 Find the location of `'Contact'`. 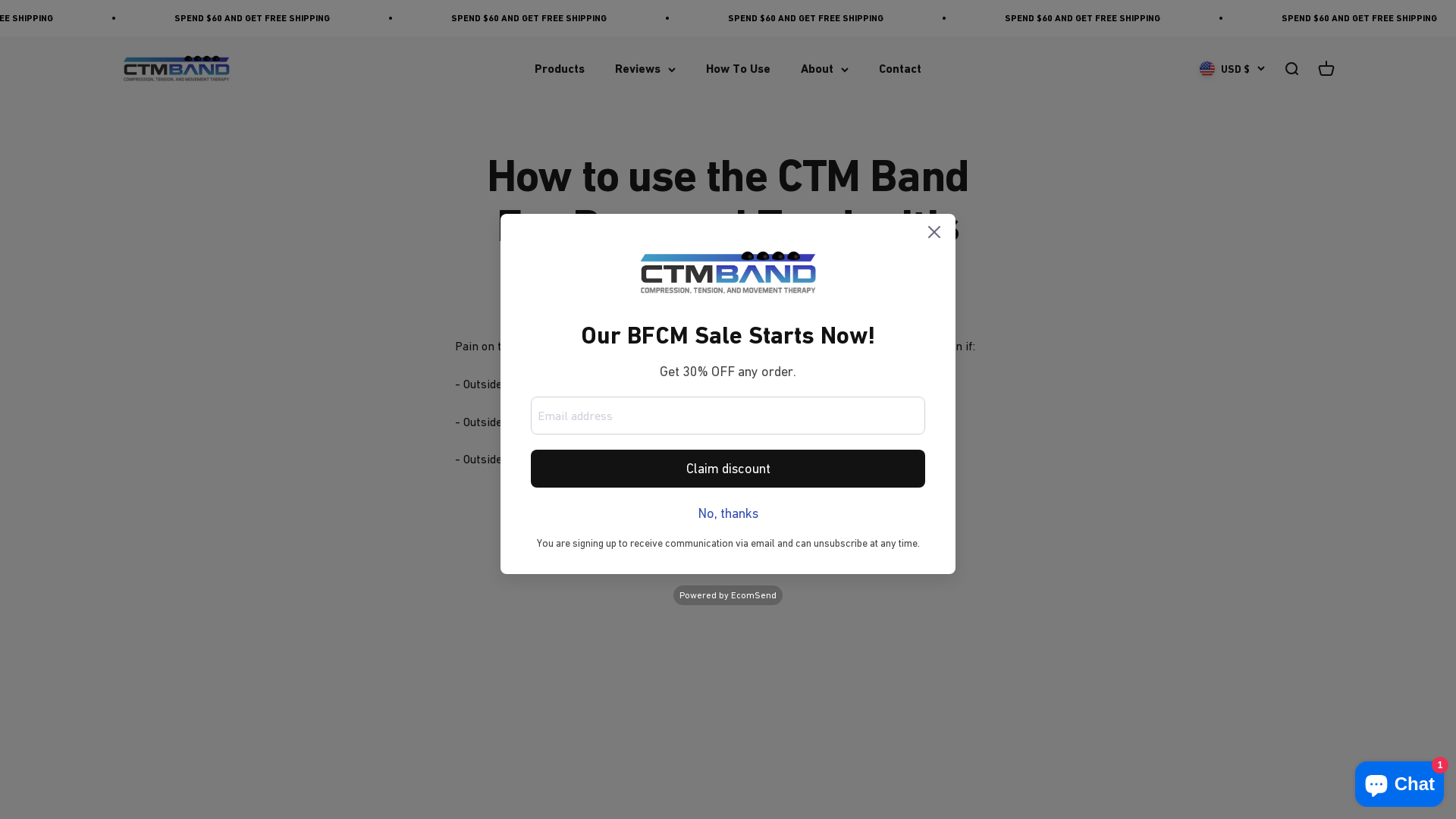

'Contact' is located at coordinates (899, 69).